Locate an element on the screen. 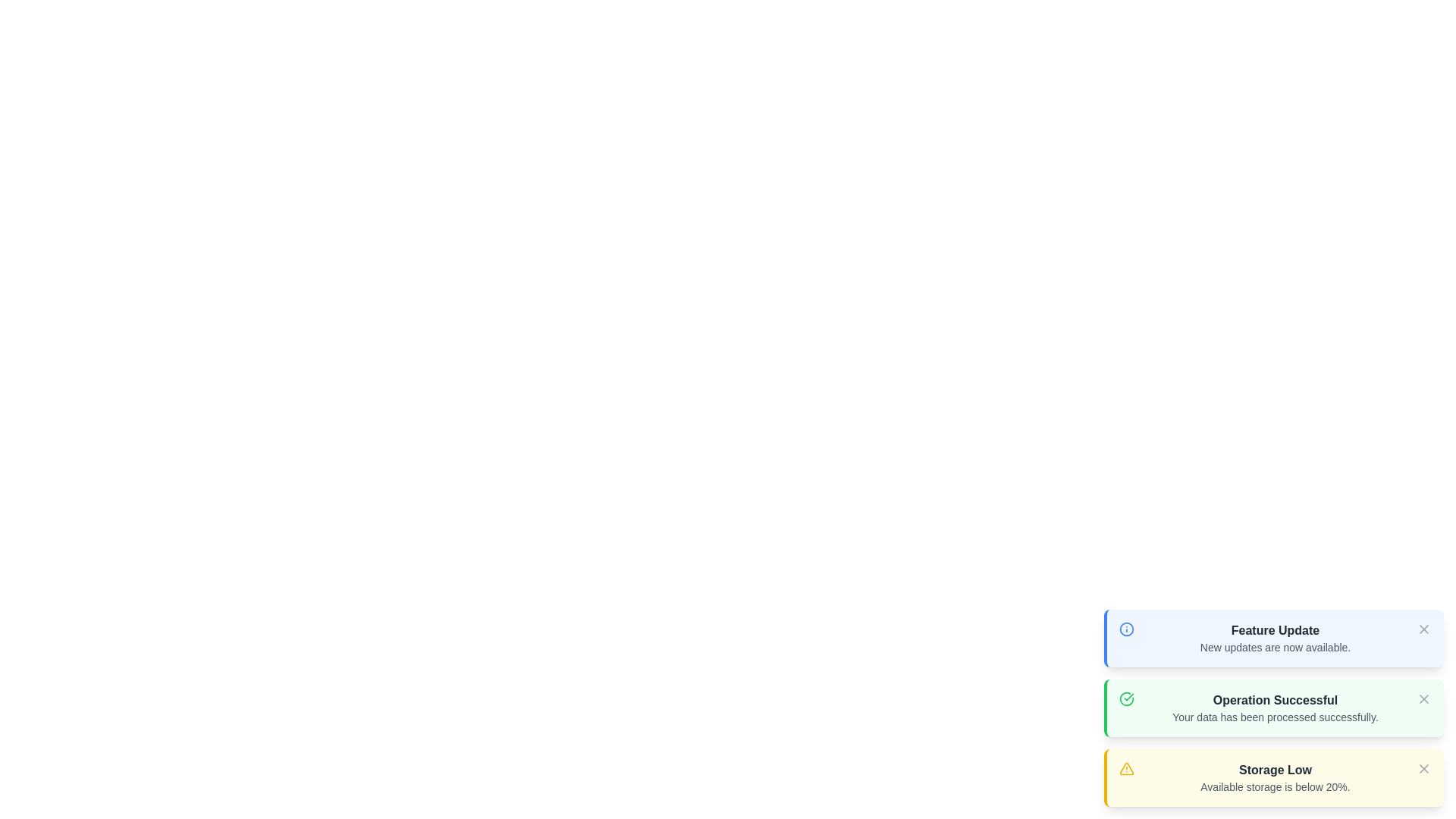  close button of the notification titled 'Feature Update' is located at coordinates (1423, 629).